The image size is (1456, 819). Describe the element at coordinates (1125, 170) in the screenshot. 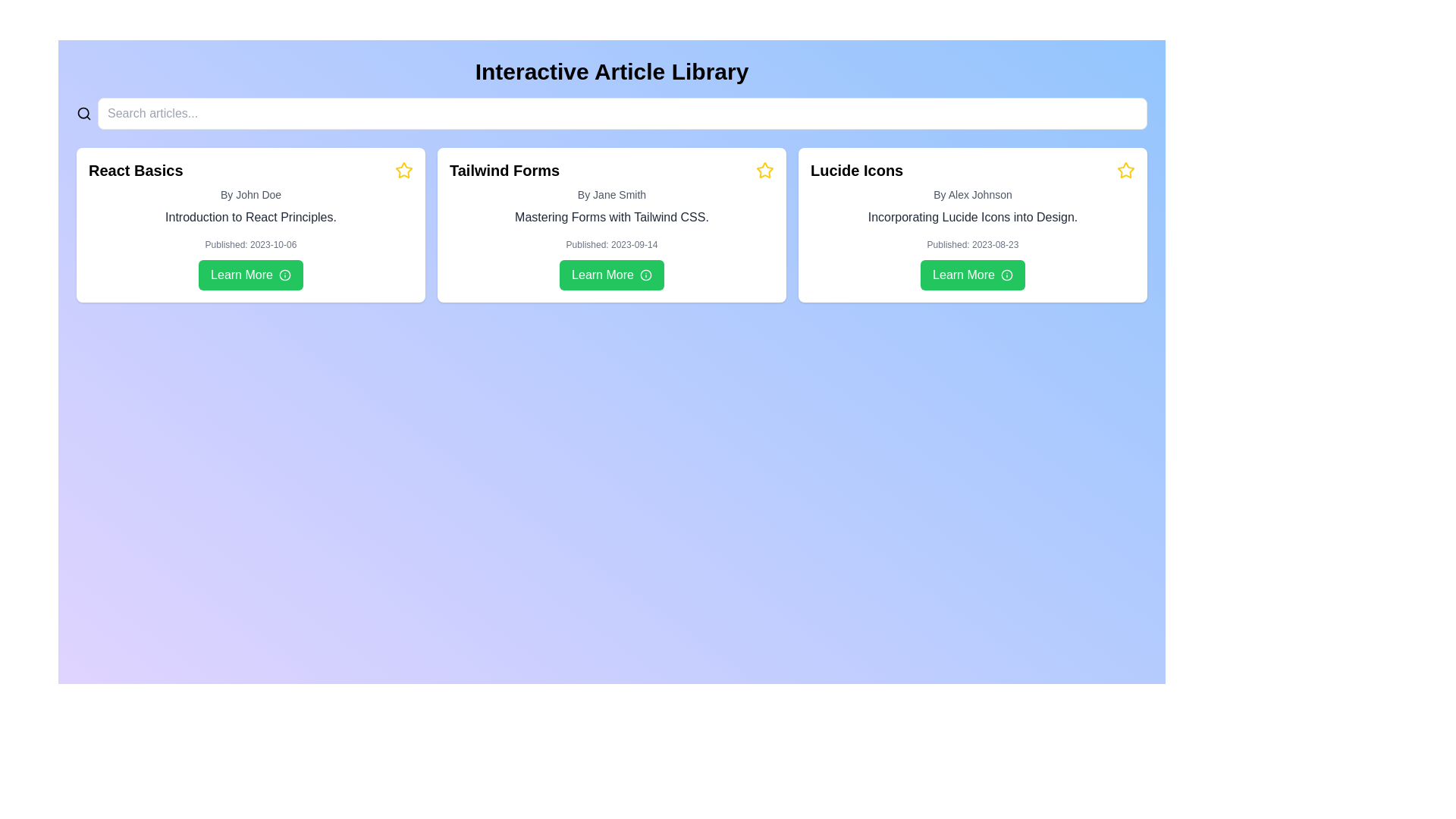

I see `the vibrant yellow star-shaped icon located at the upper-right corner of the 'Lucide Icons' card` at that location.